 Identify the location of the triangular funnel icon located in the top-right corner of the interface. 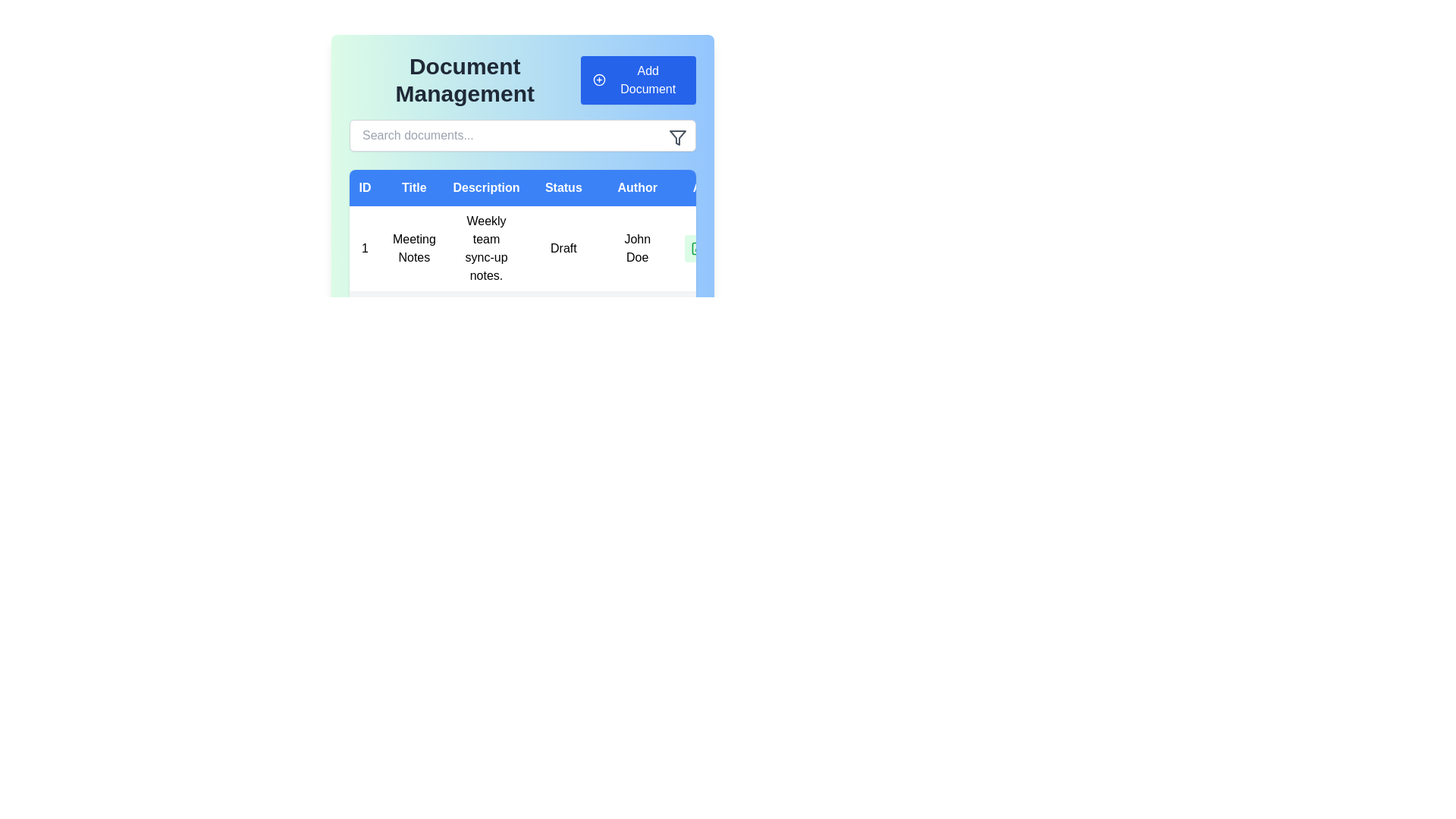
(676, 137).